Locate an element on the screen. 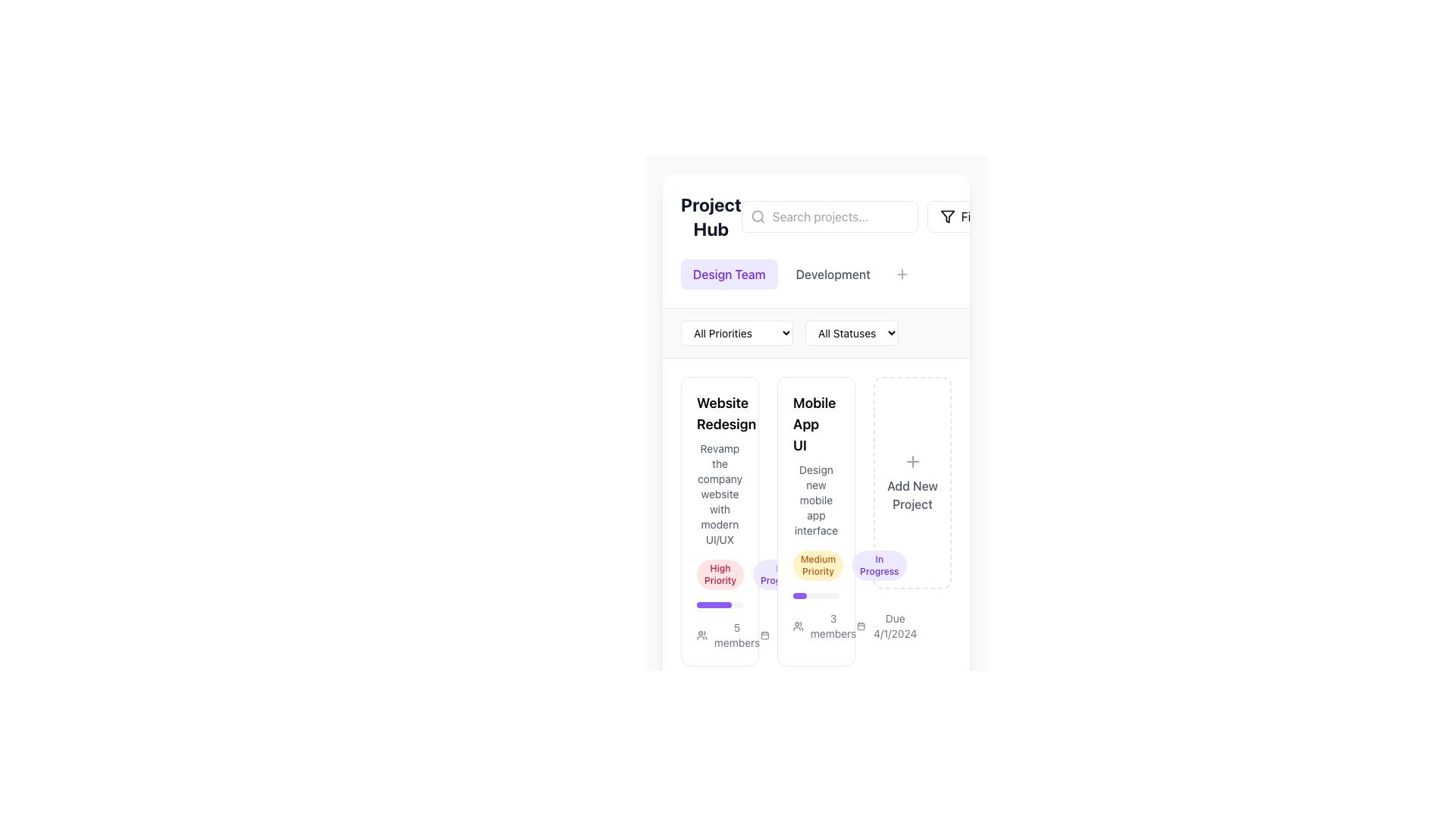 The width and height of the screenshot is (1456, 819). the label displaying the number of members associated with the 'Mobile App UI' project, located in the lower part of the project card above the due date information is located at coordinates (824, 626).